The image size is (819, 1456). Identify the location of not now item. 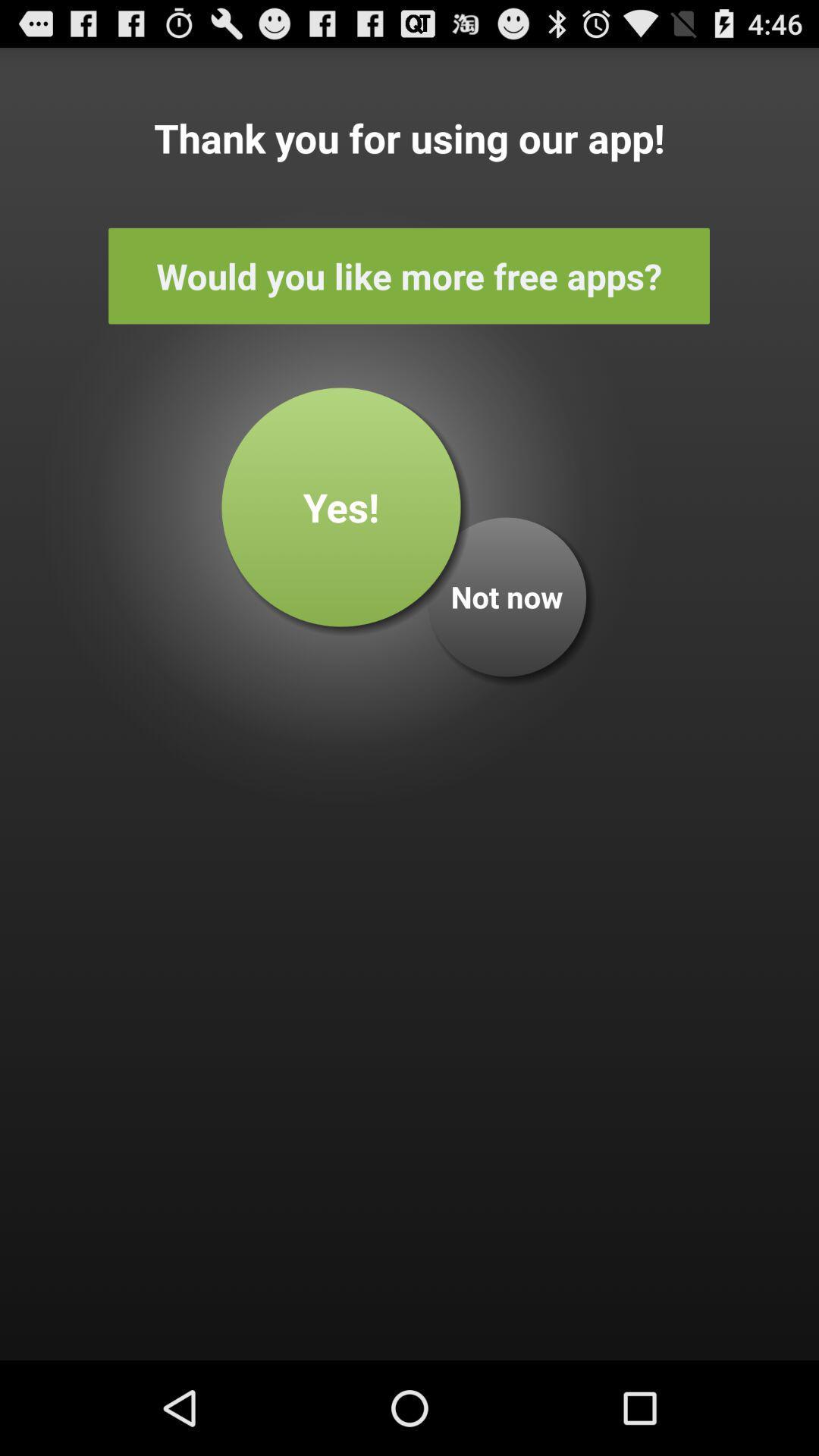
(507, 596).